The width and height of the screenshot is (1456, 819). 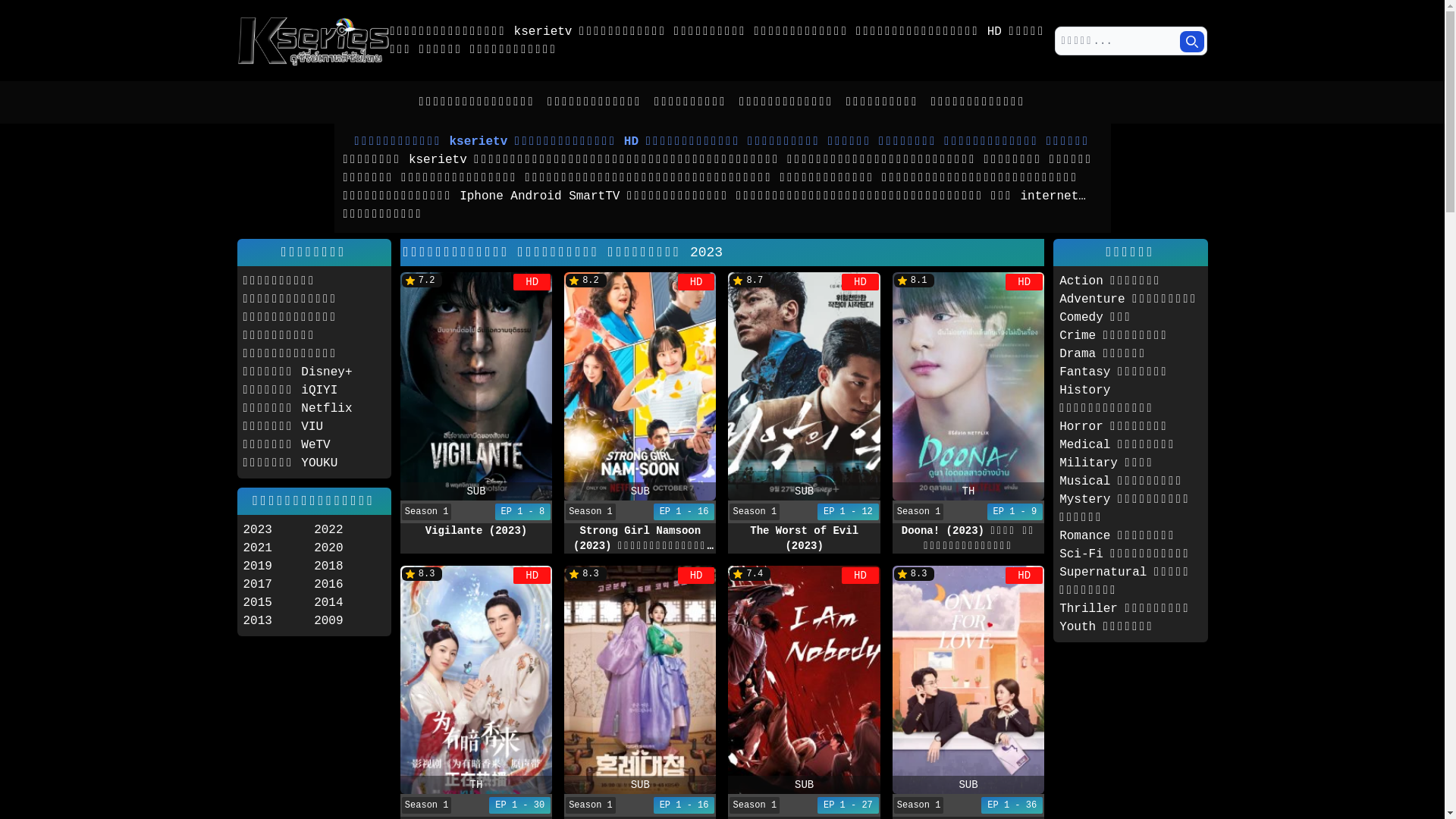 What do you see at coordinates (475, 529) in the screenshot?
I see `'Vigilante (2023)'` at bounding box center [475, 529].